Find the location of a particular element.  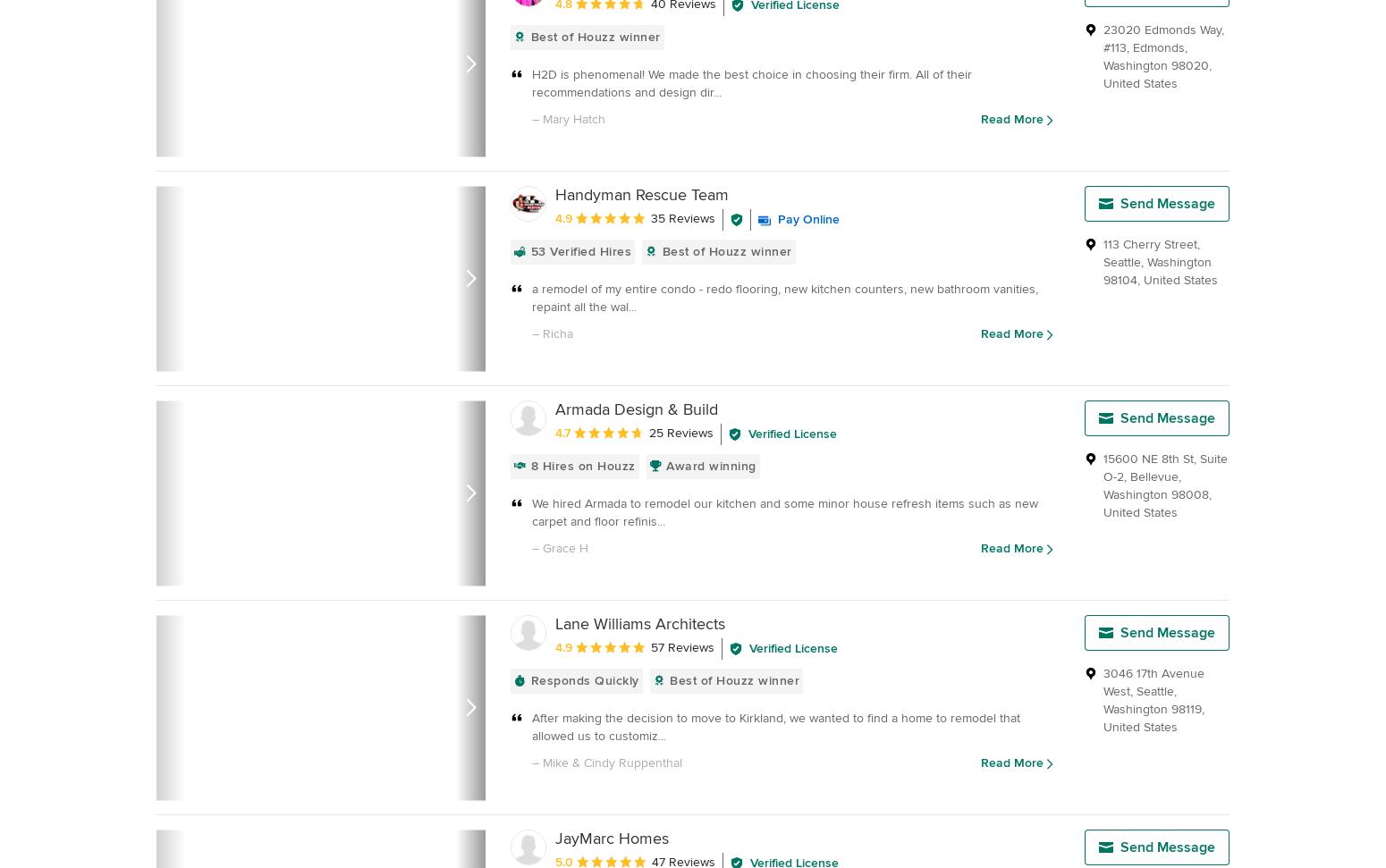

'Bellevue' is located at coordinates (1153, 476).